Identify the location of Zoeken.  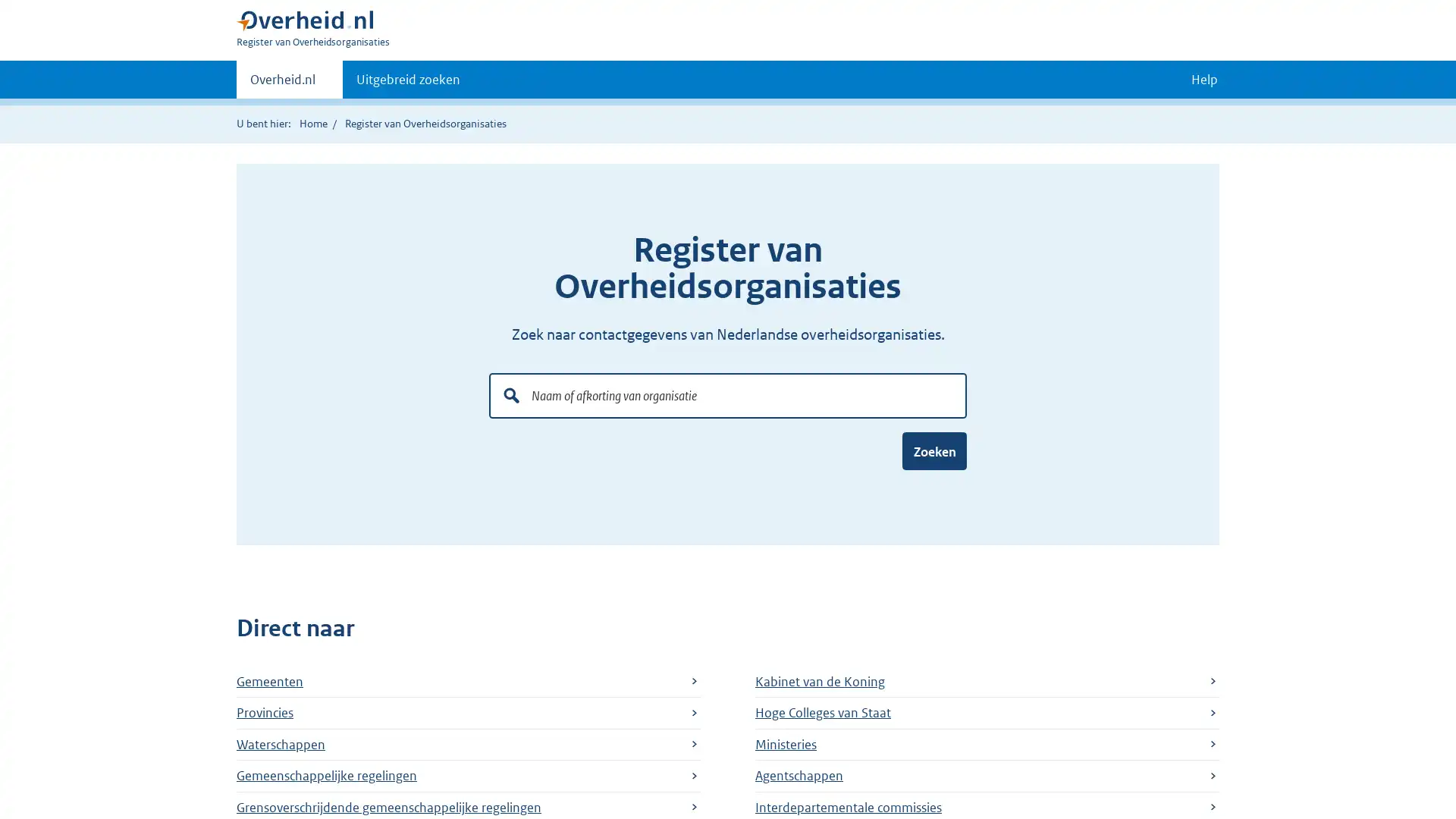
(934, 450).